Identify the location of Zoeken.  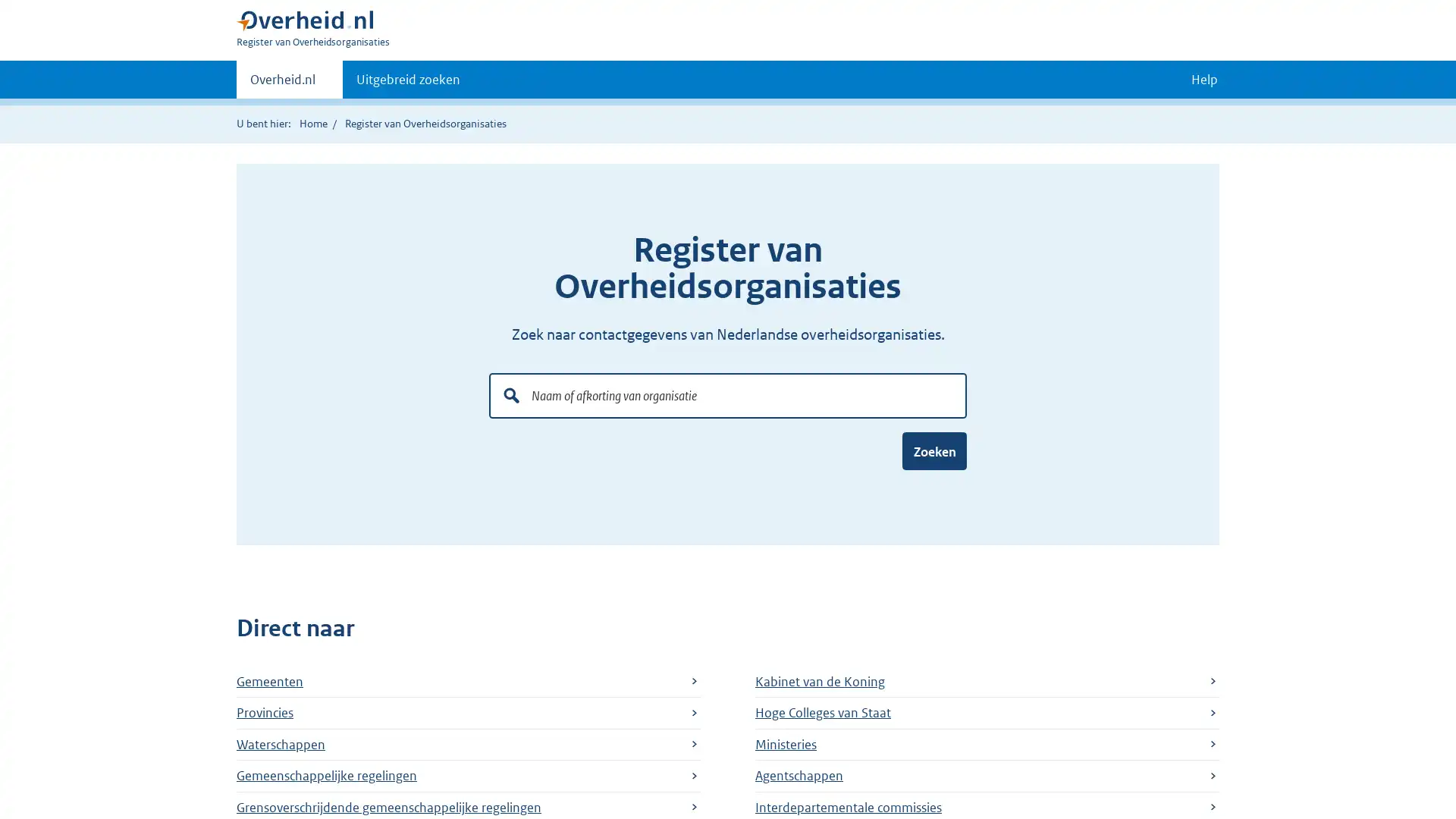
(934, 450).